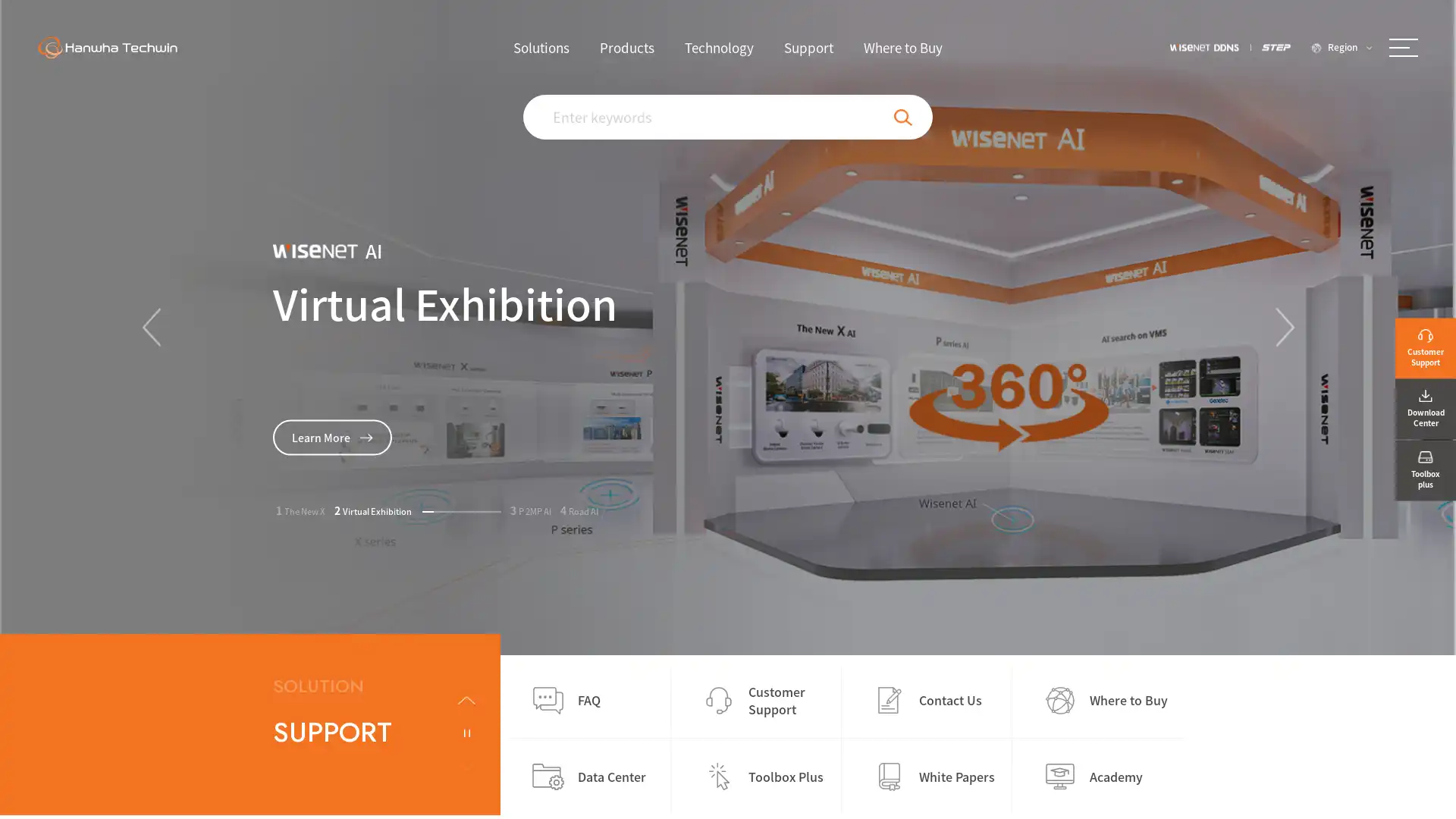 This screenshot has width=1456, height=819. Describe the element at coordinates (902, 116) in the screenshot. I see `Search` at that location.